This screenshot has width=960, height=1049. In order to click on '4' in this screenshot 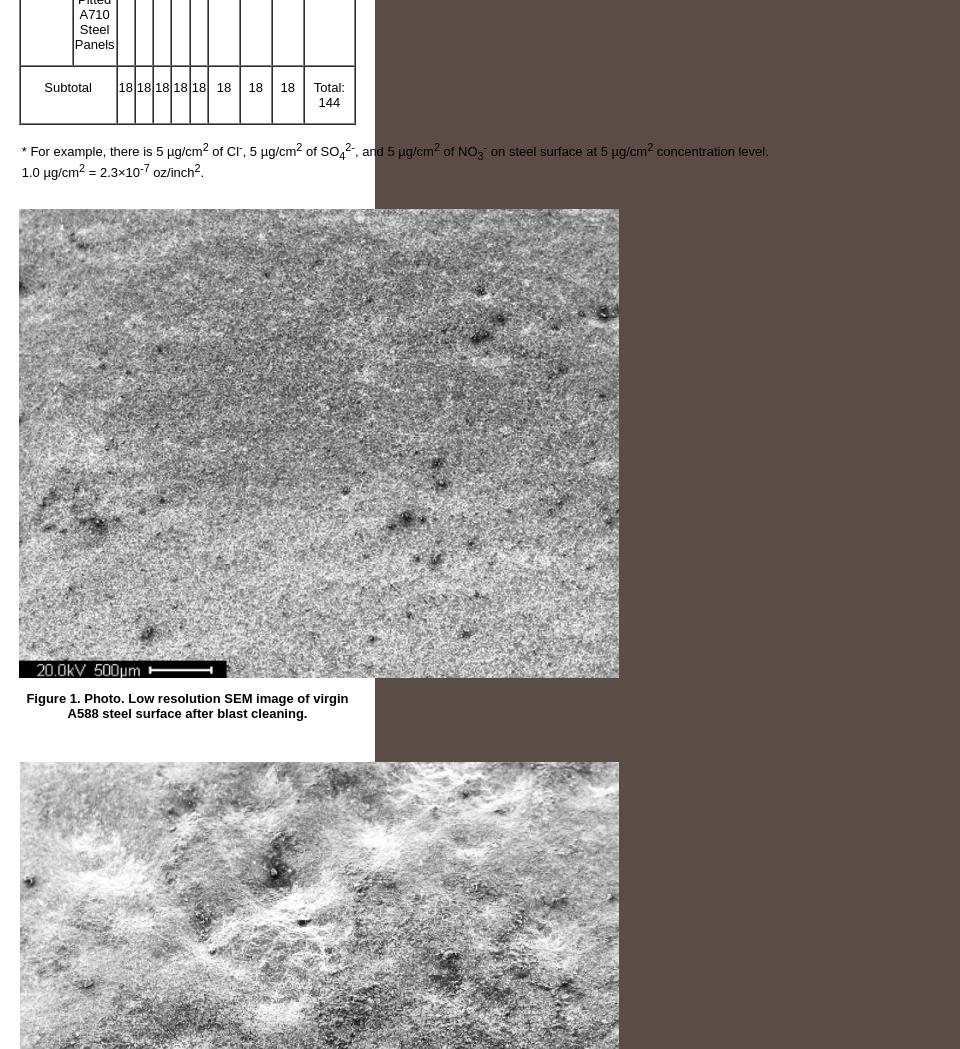, I will do `click(342, 155)`.